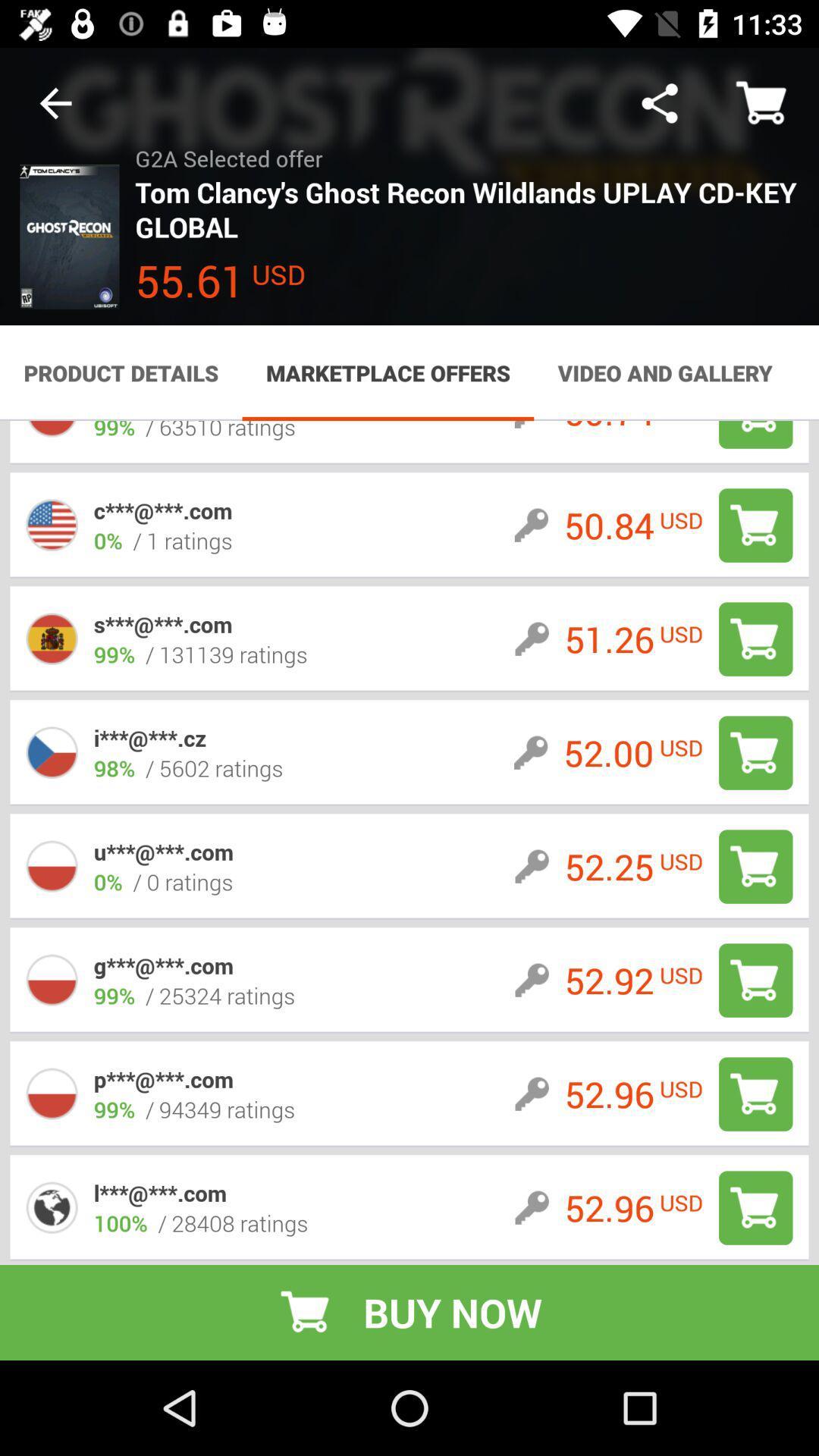  What do you see at coordinates (755, 1094) in the screenshot?
I see `to cart` at bounding box center [755, 1094].